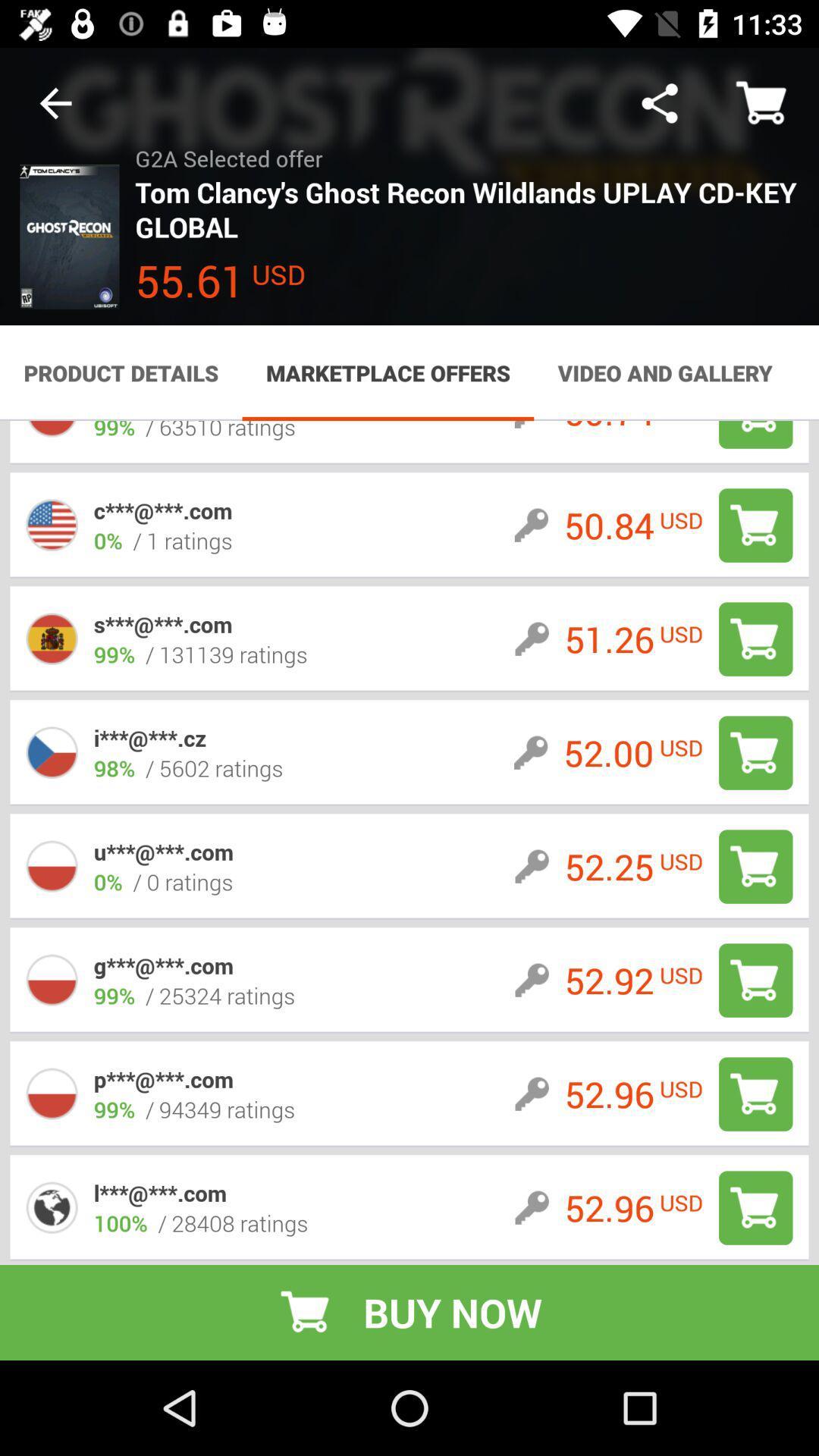  What do you see at coordinates (755, 1094) in the screenshot?
I see `to cart` at bounding box center [755, 1094].